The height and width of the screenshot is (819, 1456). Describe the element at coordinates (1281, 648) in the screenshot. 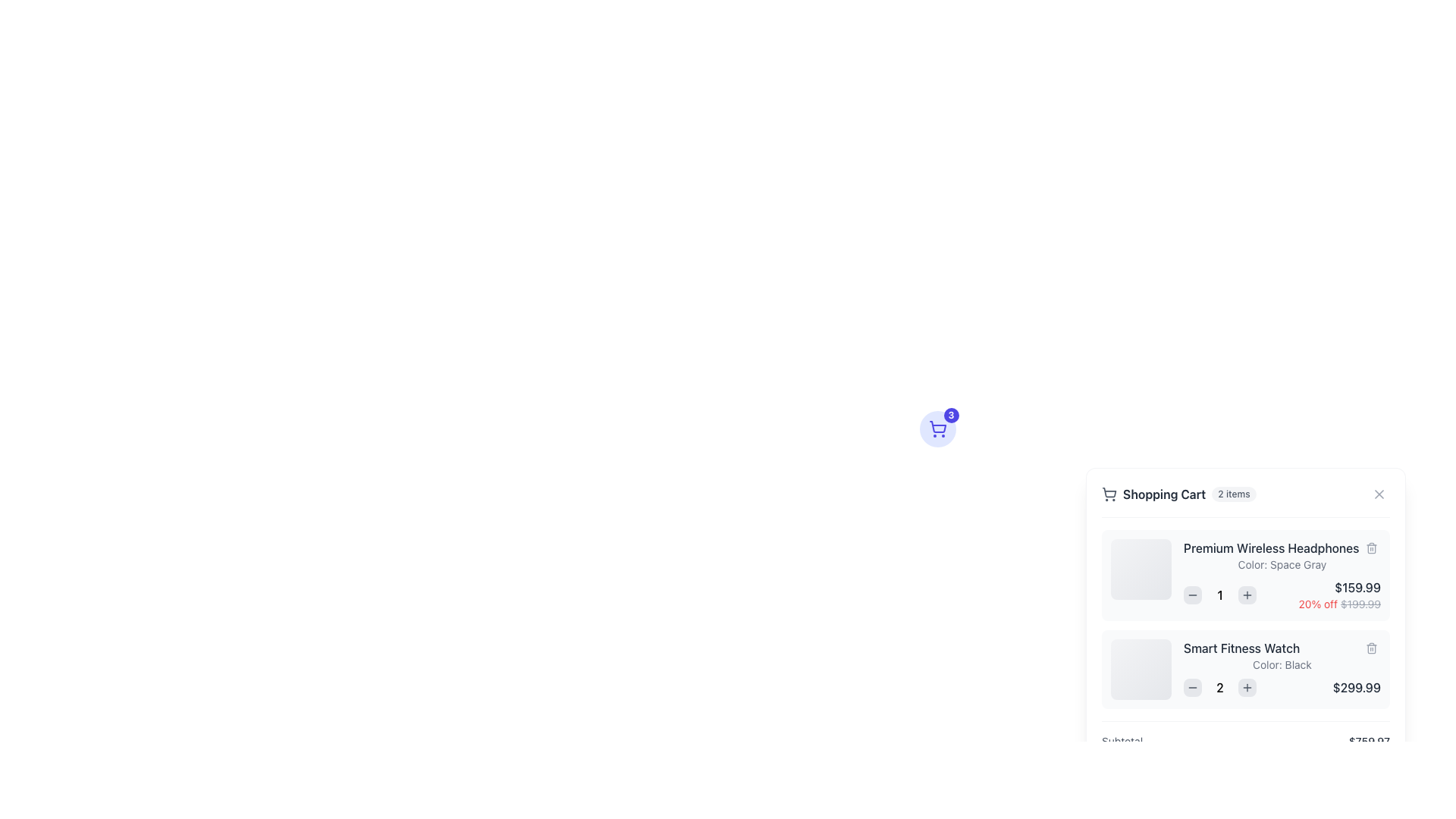

I see `the text label displaying 'Smart Fitness Watch' in the shopping cart interface, which is the primary label for the second item listed` at that location.